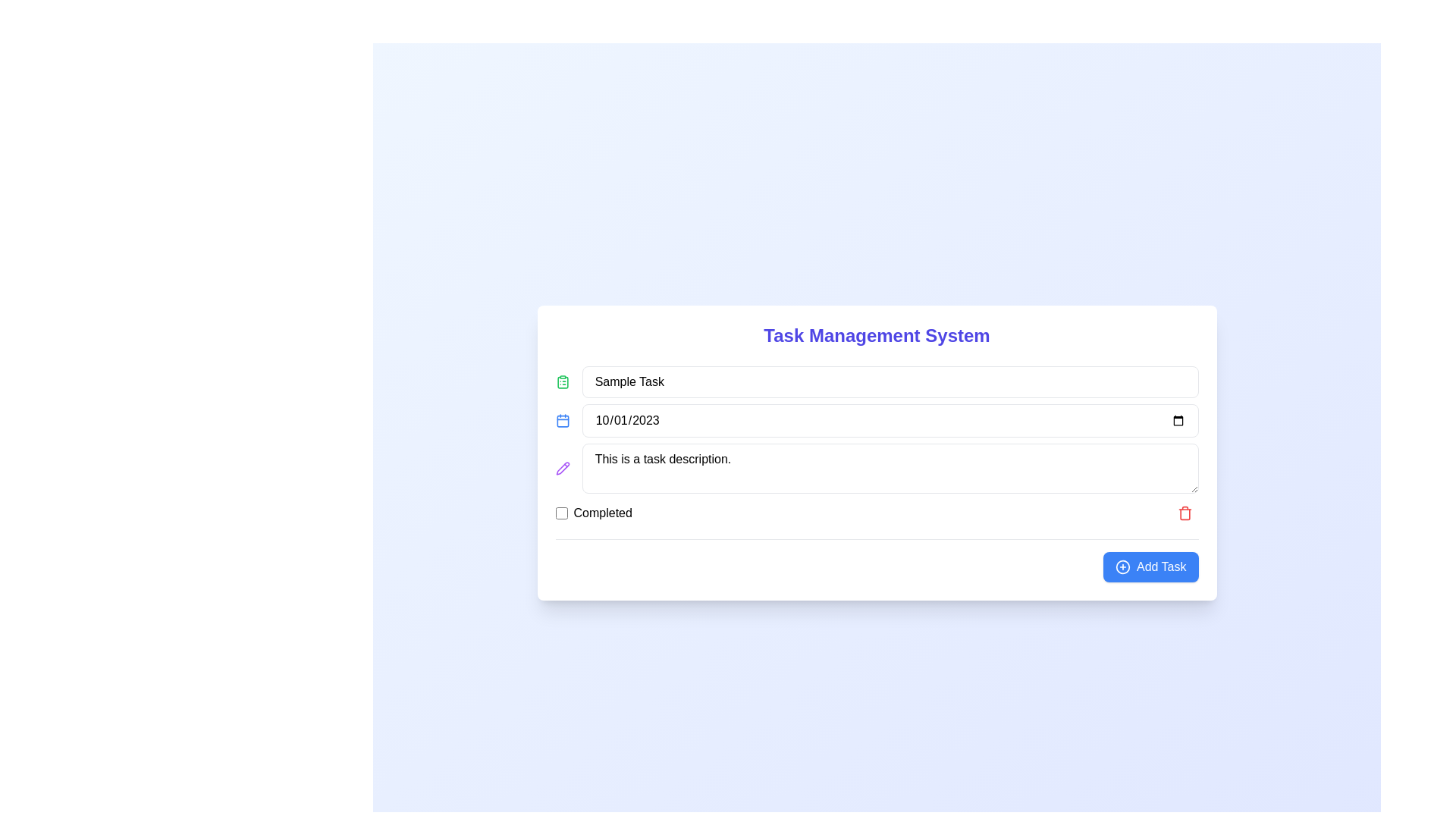 This screenshot has height=819, width=1456. What do you see at coordinates (593, 512) in the screenshot?
I see `the checkbox labeled 'Completed'` at bounding box center [593, 512].